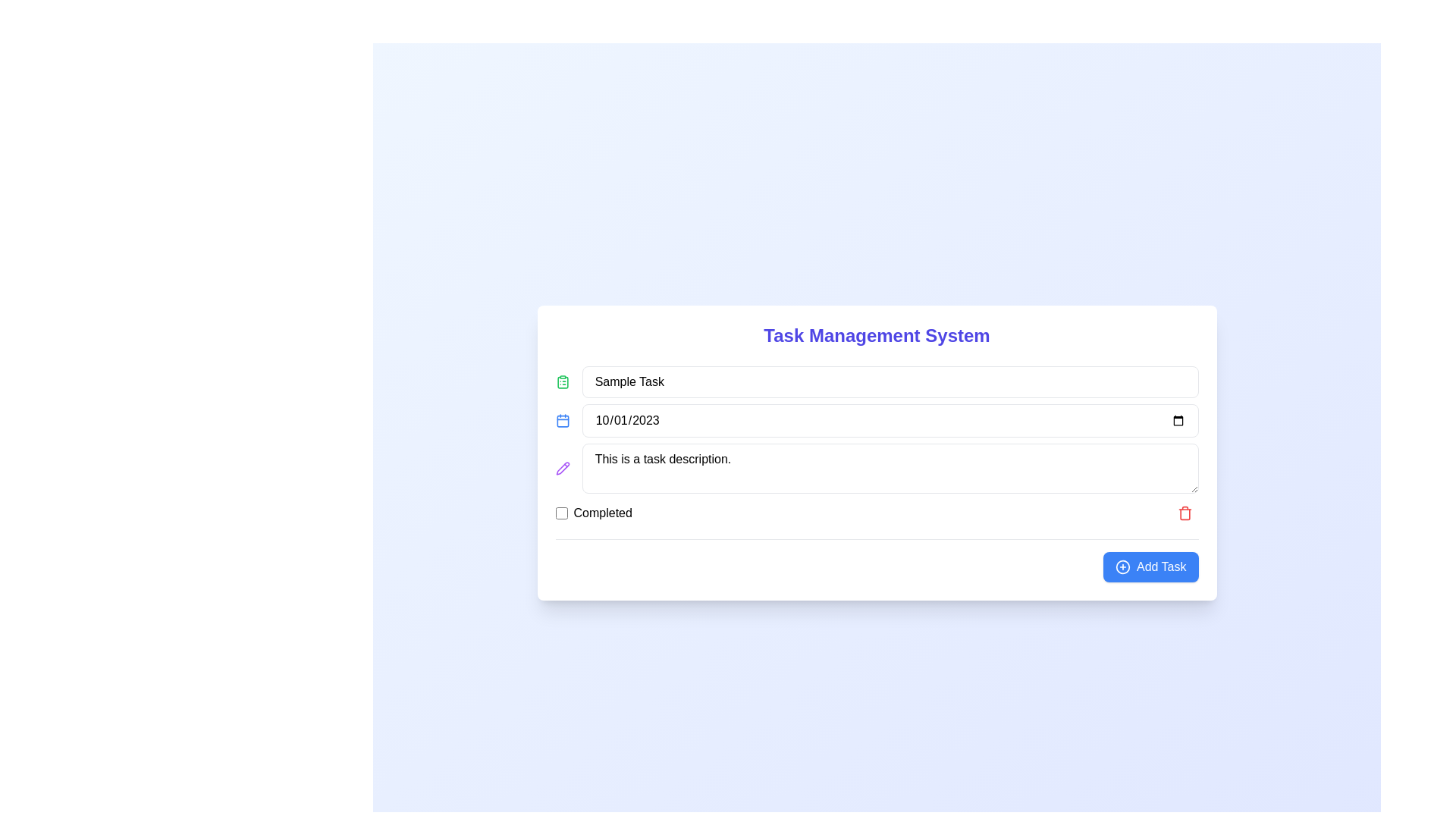 This screenshot has height=819, width=1456. What do you see at coordinates (593, 512) in the screenshot?
I see `the checkbox labeled 'Completed'` at bounding box center [593, 512].